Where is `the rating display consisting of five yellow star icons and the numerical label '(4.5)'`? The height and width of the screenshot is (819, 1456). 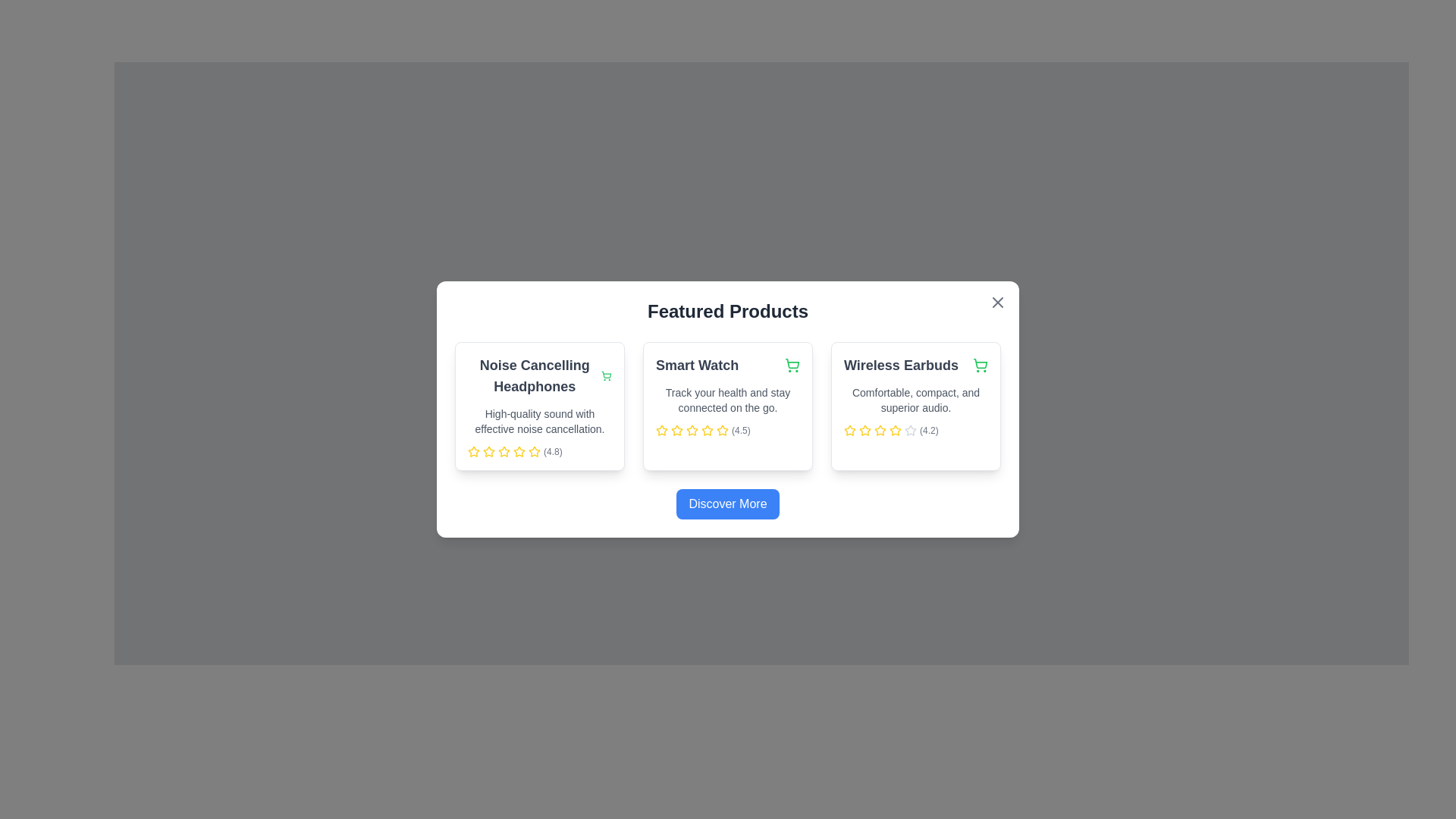 the rating display consisting of five yellow star icons and the numerical label '(4.5)' is located at coordinates (728, 430).